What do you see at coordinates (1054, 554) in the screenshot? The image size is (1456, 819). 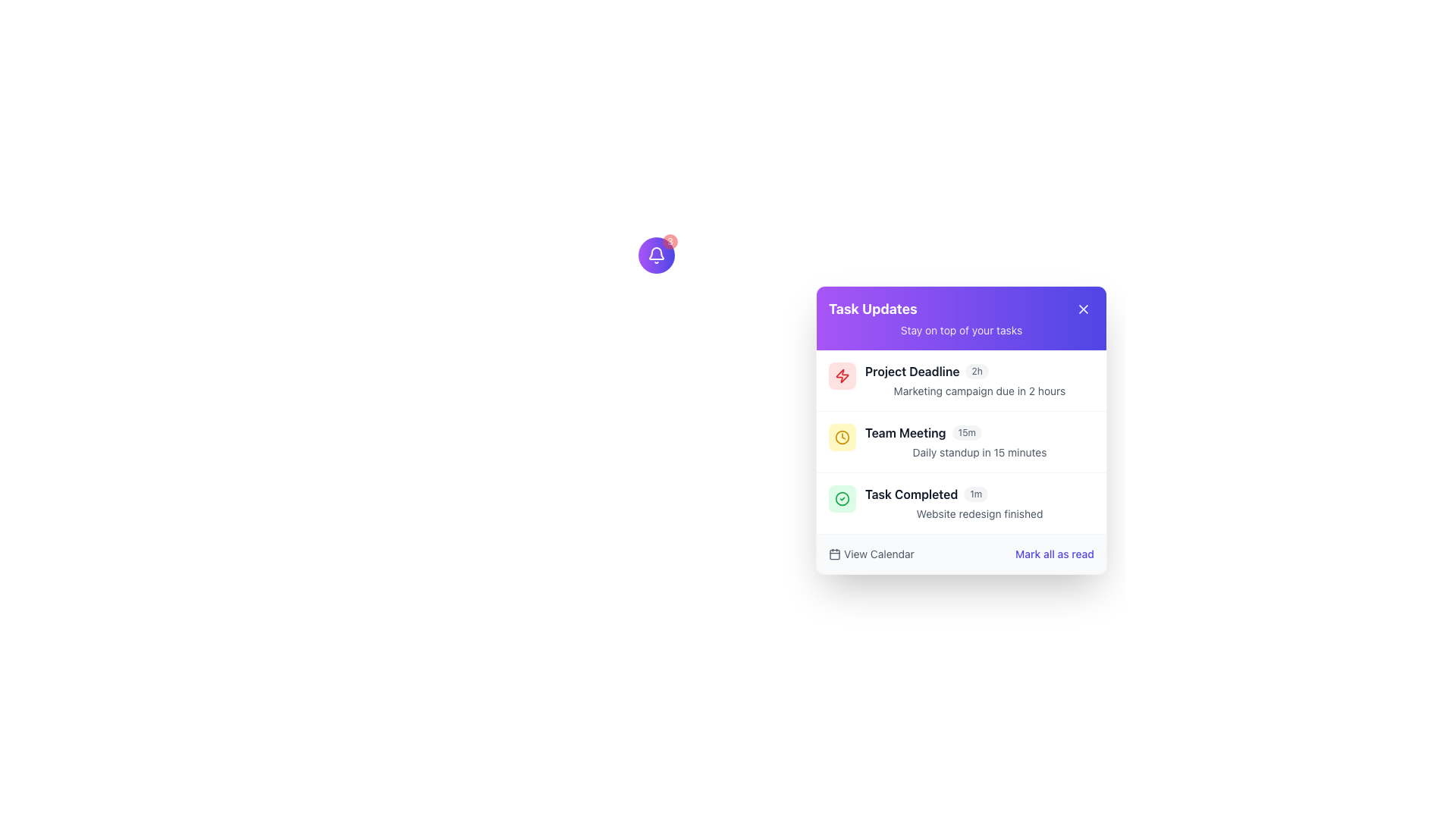 I see `the interactive textual link 'Mark all as read' located at the bottom-right corner of the 'Task Updates' notification panel to mark all notifications as read` at bounding box center [1054, 554].